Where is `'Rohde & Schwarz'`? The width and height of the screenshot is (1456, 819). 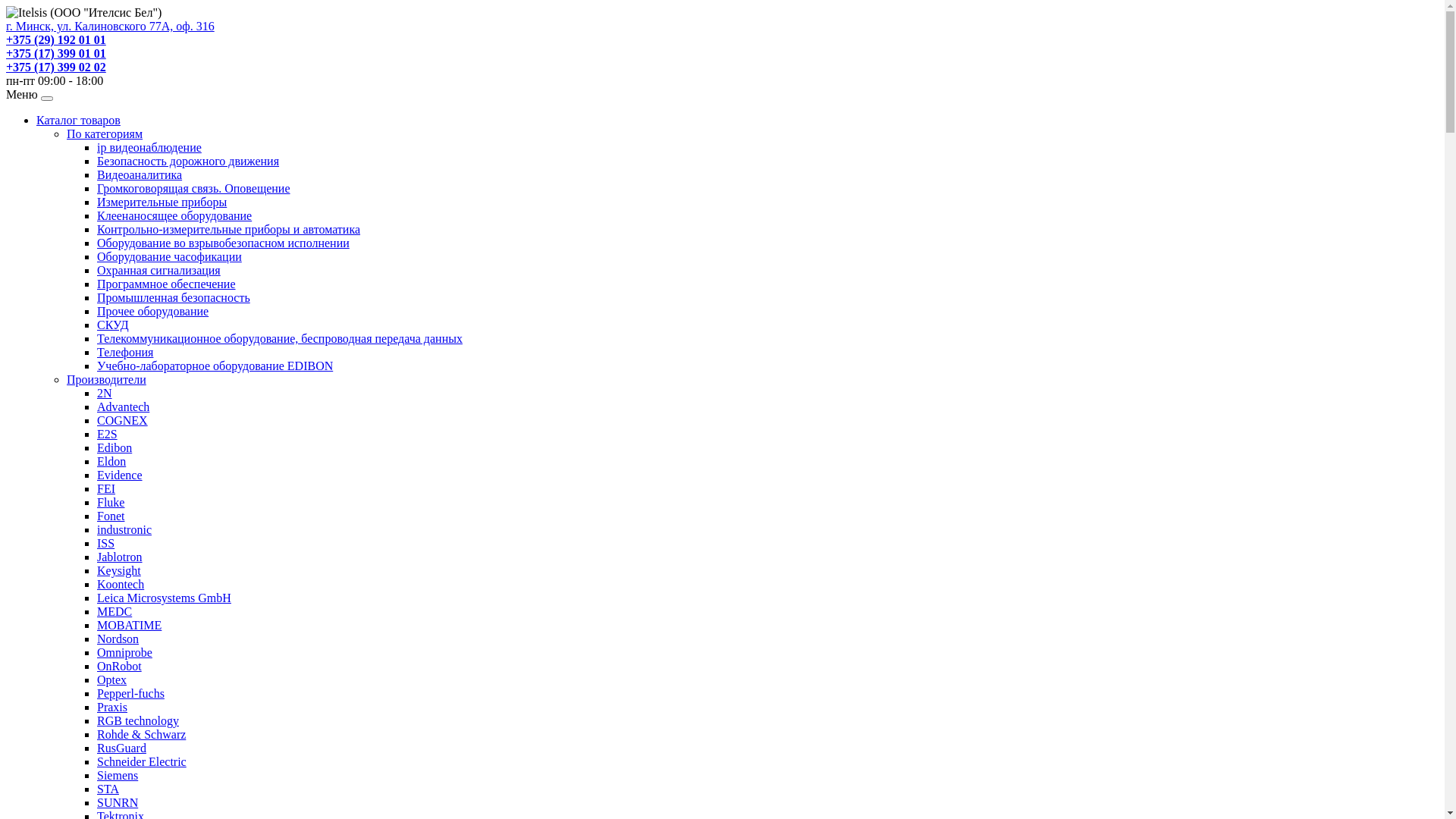 'Rohde & Schwarz' is located at coordinates (141, 733).